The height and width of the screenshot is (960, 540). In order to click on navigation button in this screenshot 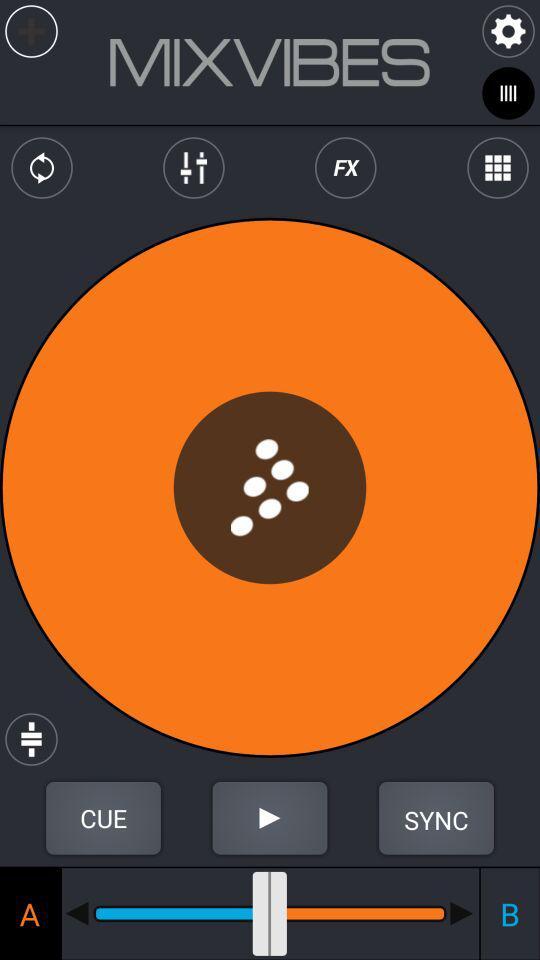, I will do `click(462, 913)`.